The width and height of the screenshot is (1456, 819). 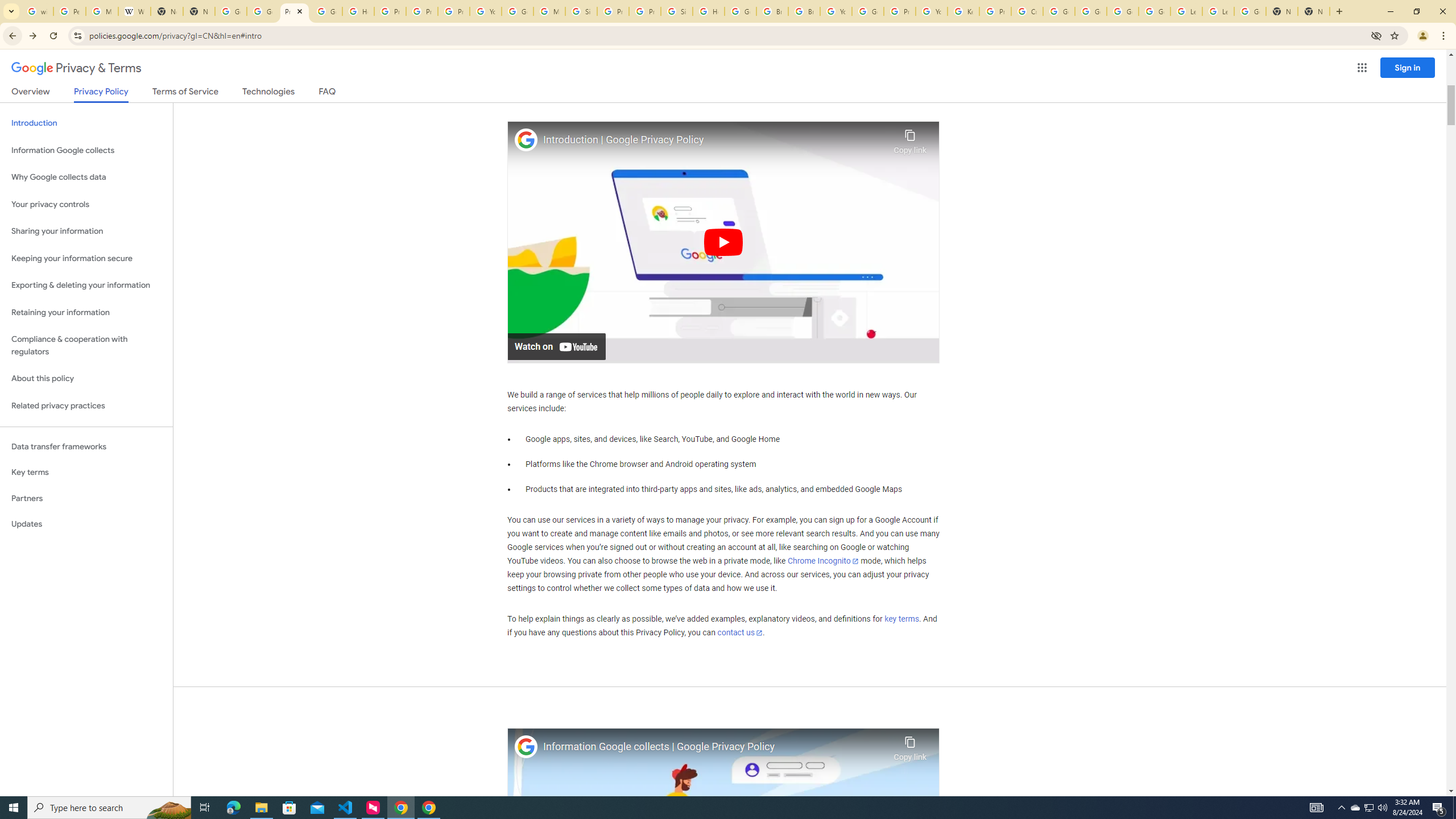 I want to click on 'Exporting & deleting your information', so click(x=86, y=285).